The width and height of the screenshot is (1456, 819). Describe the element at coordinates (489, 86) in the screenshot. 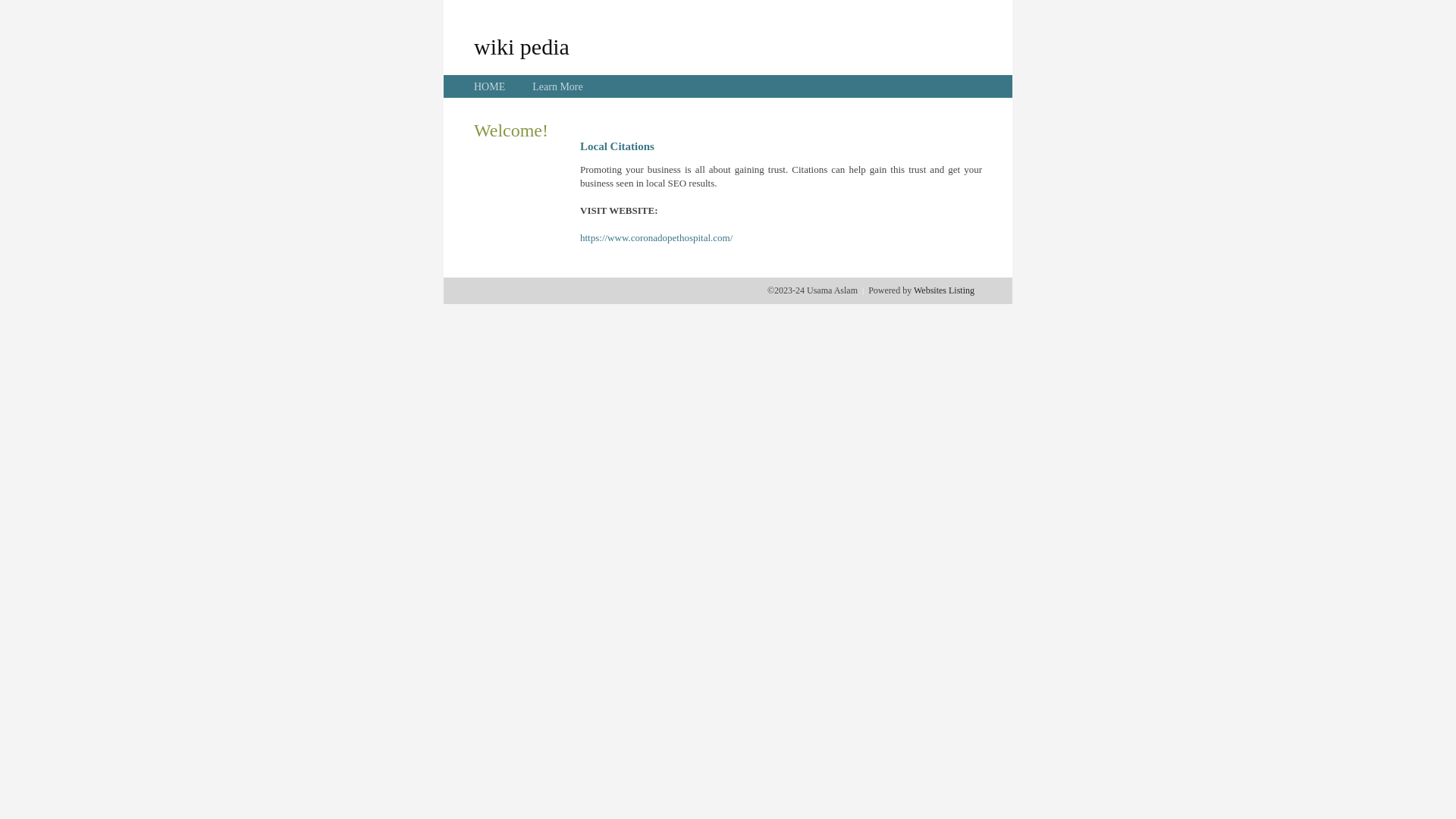

I see `'HOME'` at that location.